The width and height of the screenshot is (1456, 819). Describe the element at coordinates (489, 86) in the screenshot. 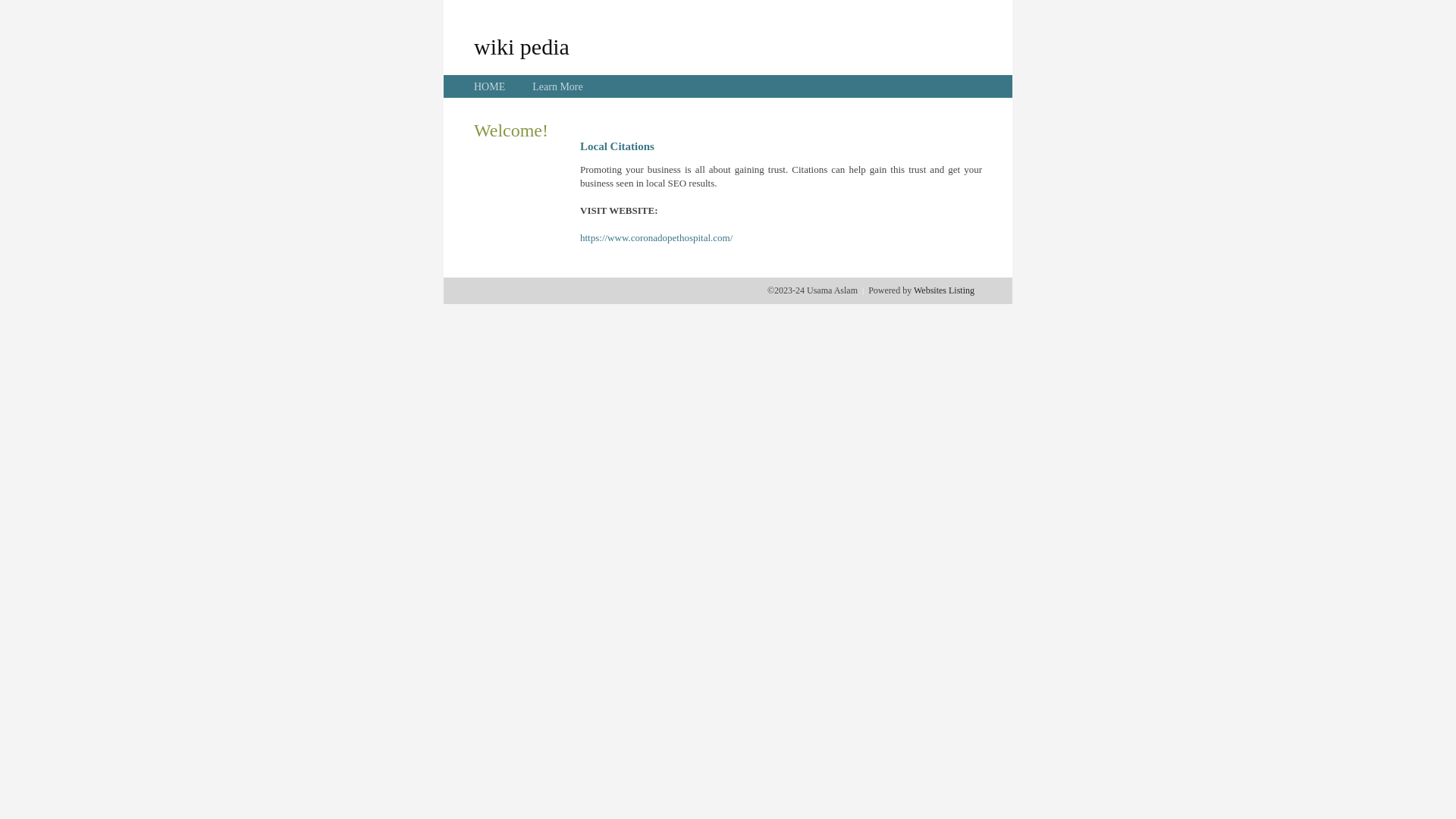

I see `'HOME'` at that location.